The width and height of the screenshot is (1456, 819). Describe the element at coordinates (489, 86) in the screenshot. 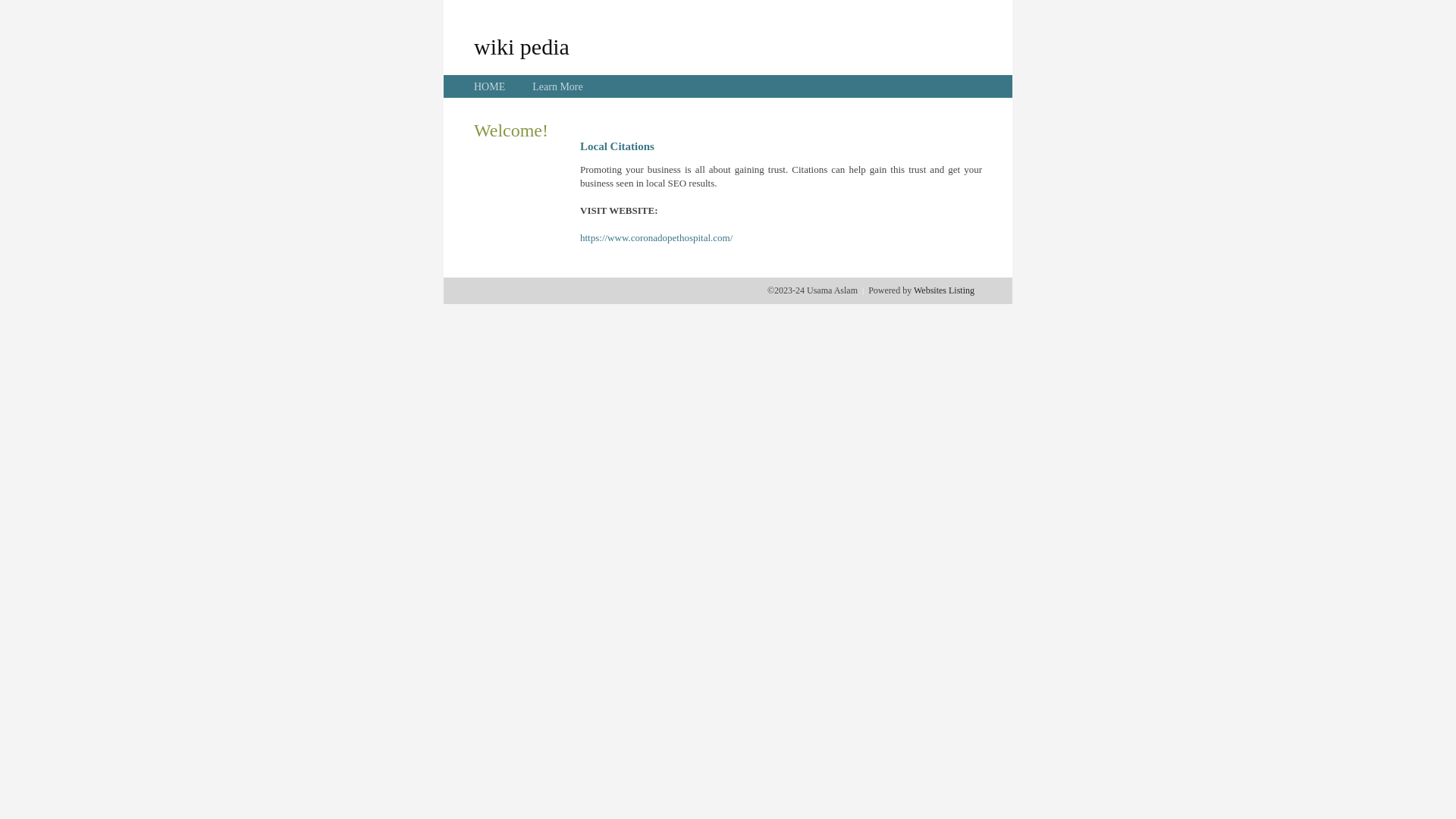

I see `'HOME'` at that location.